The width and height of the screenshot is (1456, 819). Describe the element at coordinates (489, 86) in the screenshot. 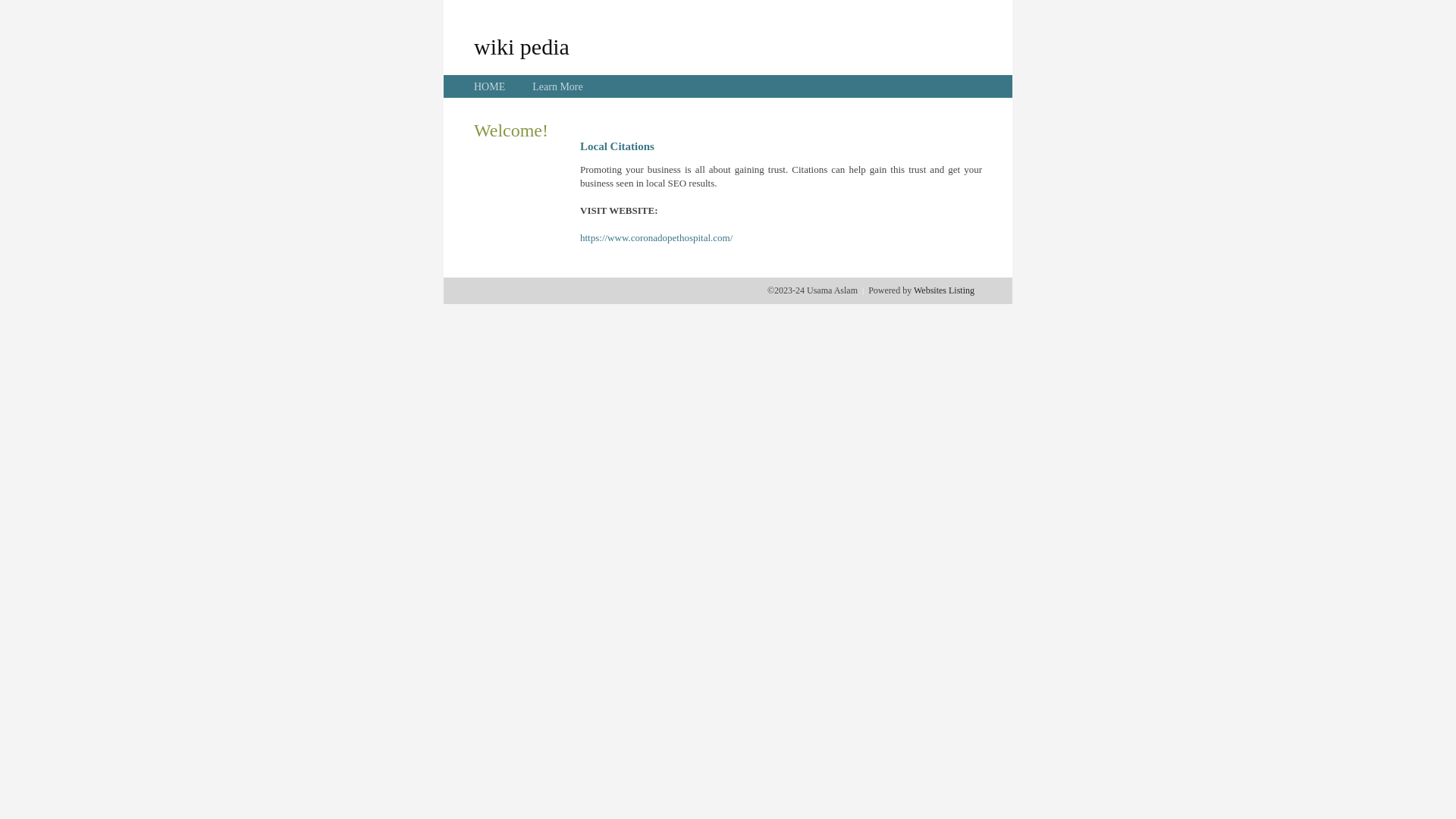

I see `'HOME'` at that location.